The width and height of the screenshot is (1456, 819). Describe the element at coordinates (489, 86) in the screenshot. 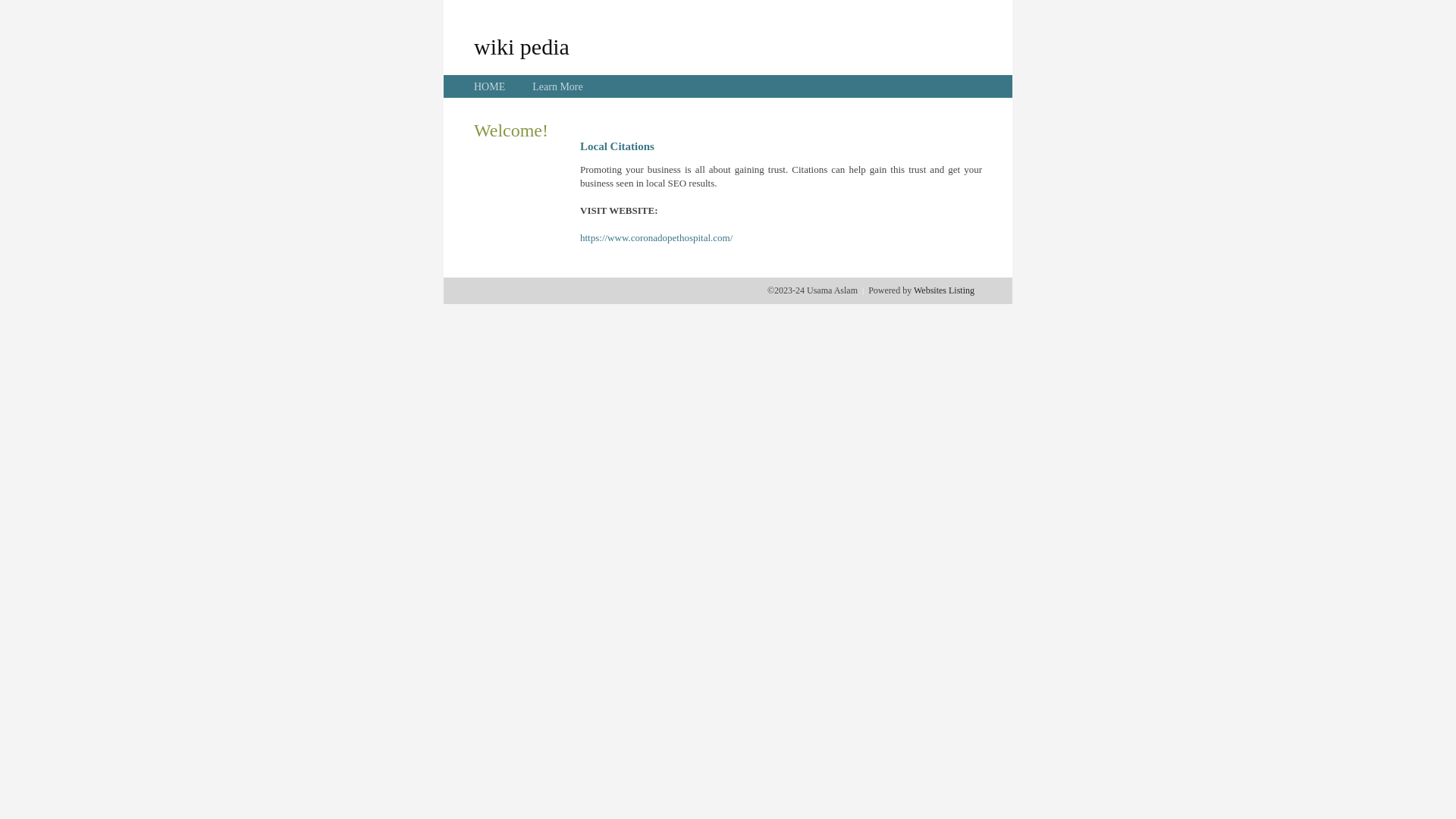

I see `'HOME'` at that location.